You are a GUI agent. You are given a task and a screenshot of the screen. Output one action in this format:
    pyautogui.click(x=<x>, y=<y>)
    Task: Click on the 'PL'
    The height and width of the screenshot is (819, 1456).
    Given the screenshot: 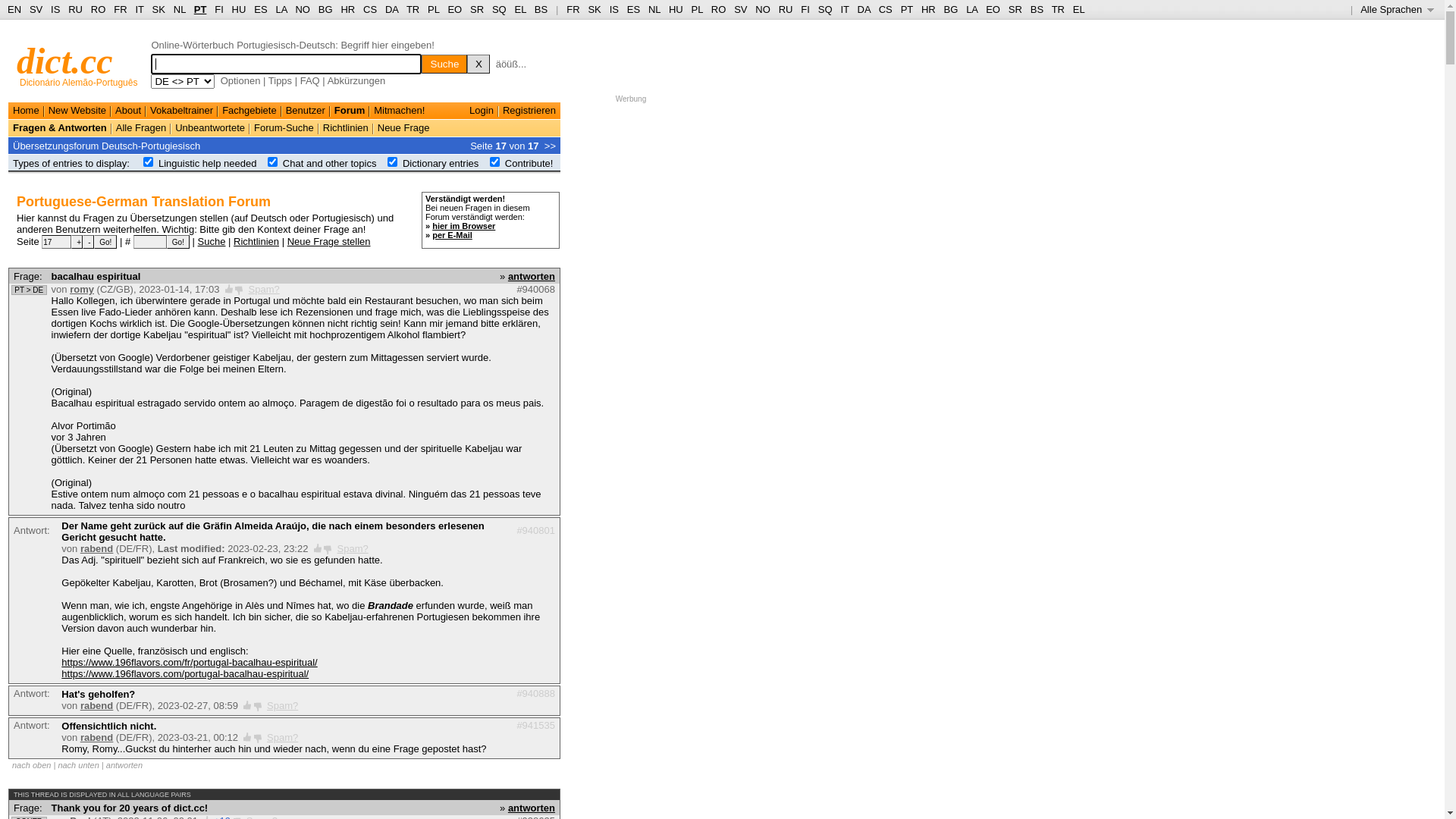 What is the action you would take?
    pyautogui.click(x=696, y=9)
    